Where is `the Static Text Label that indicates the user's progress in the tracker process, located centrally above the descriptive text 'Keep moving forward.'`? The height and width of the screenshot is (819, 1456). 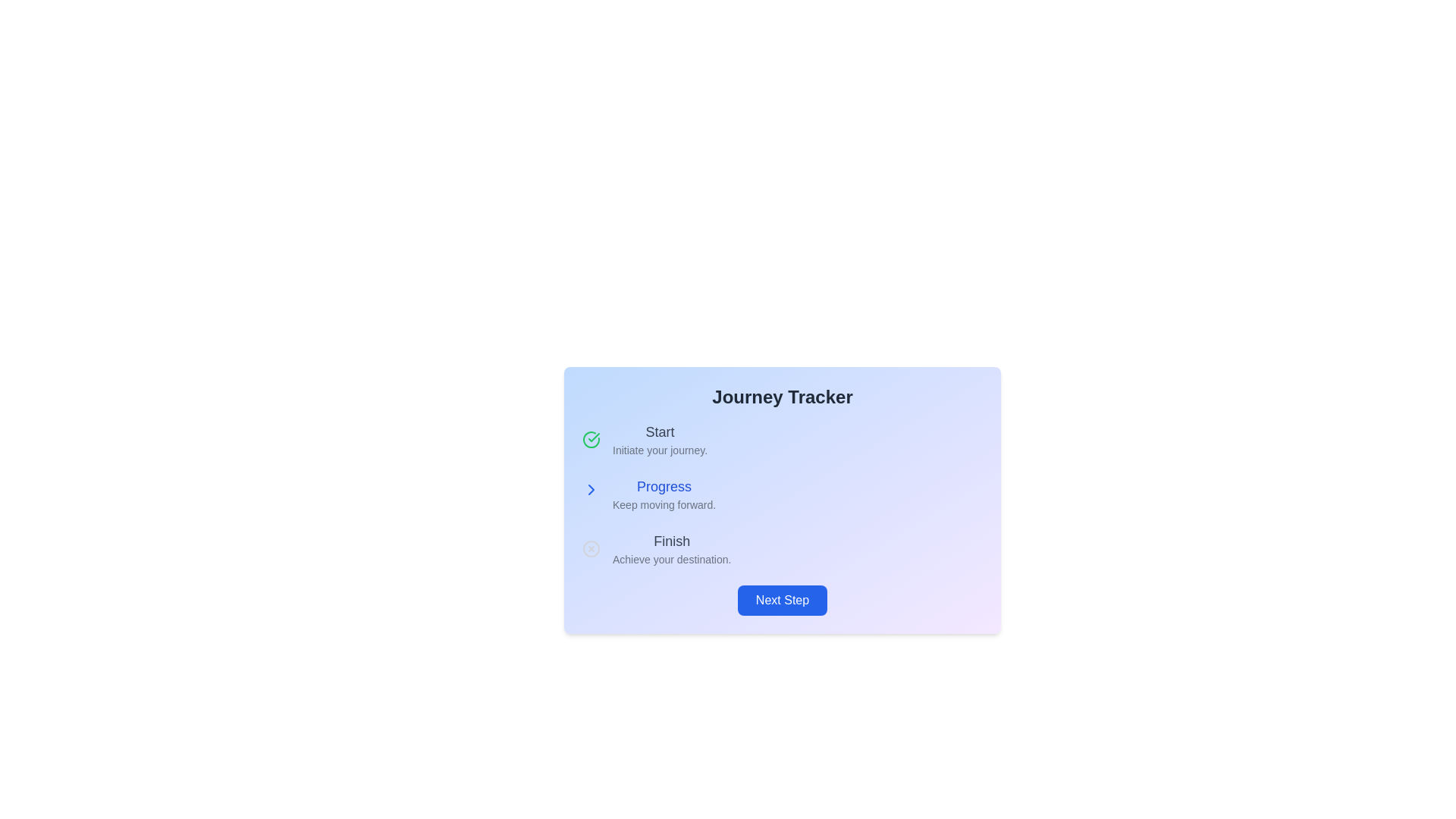 the Static Text Label that indicates the user's progress in the tracker process, located centrally above the descriptive text 'Keep moving forward.' is located at coordinates (664, 486).